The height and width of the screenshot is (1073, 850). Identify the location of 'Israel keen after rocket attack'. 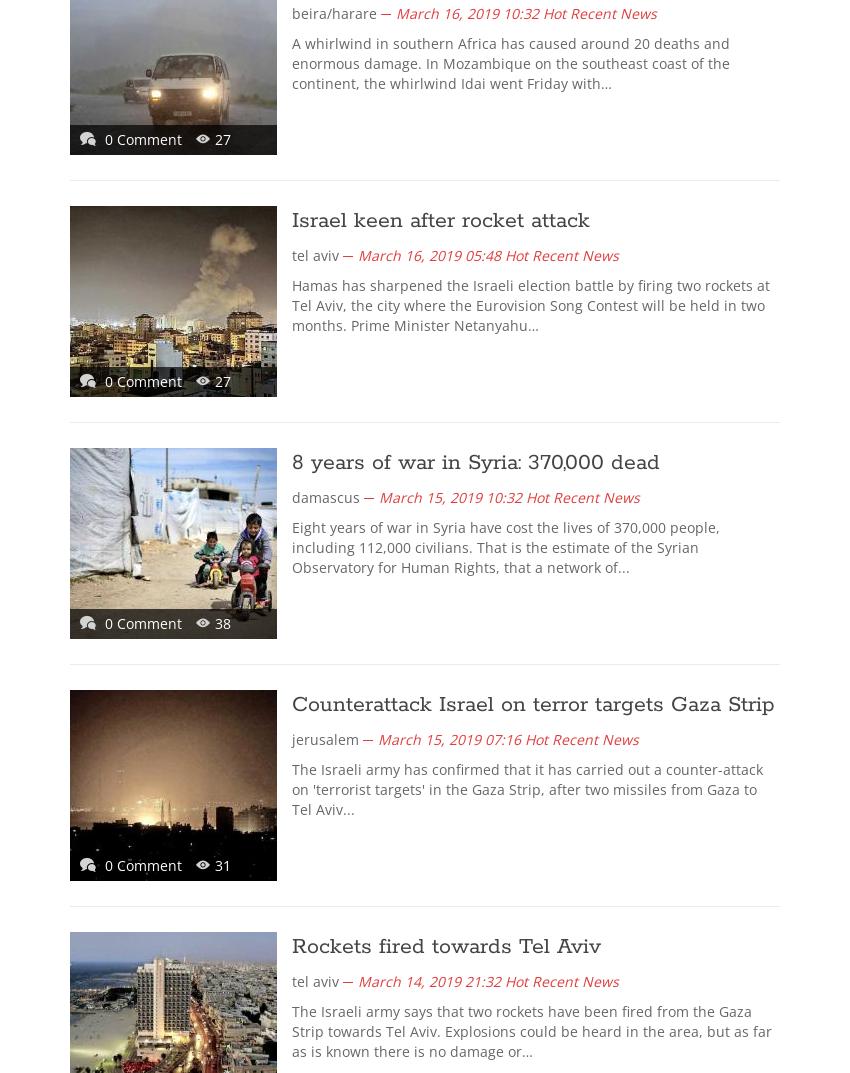
(439, 221).